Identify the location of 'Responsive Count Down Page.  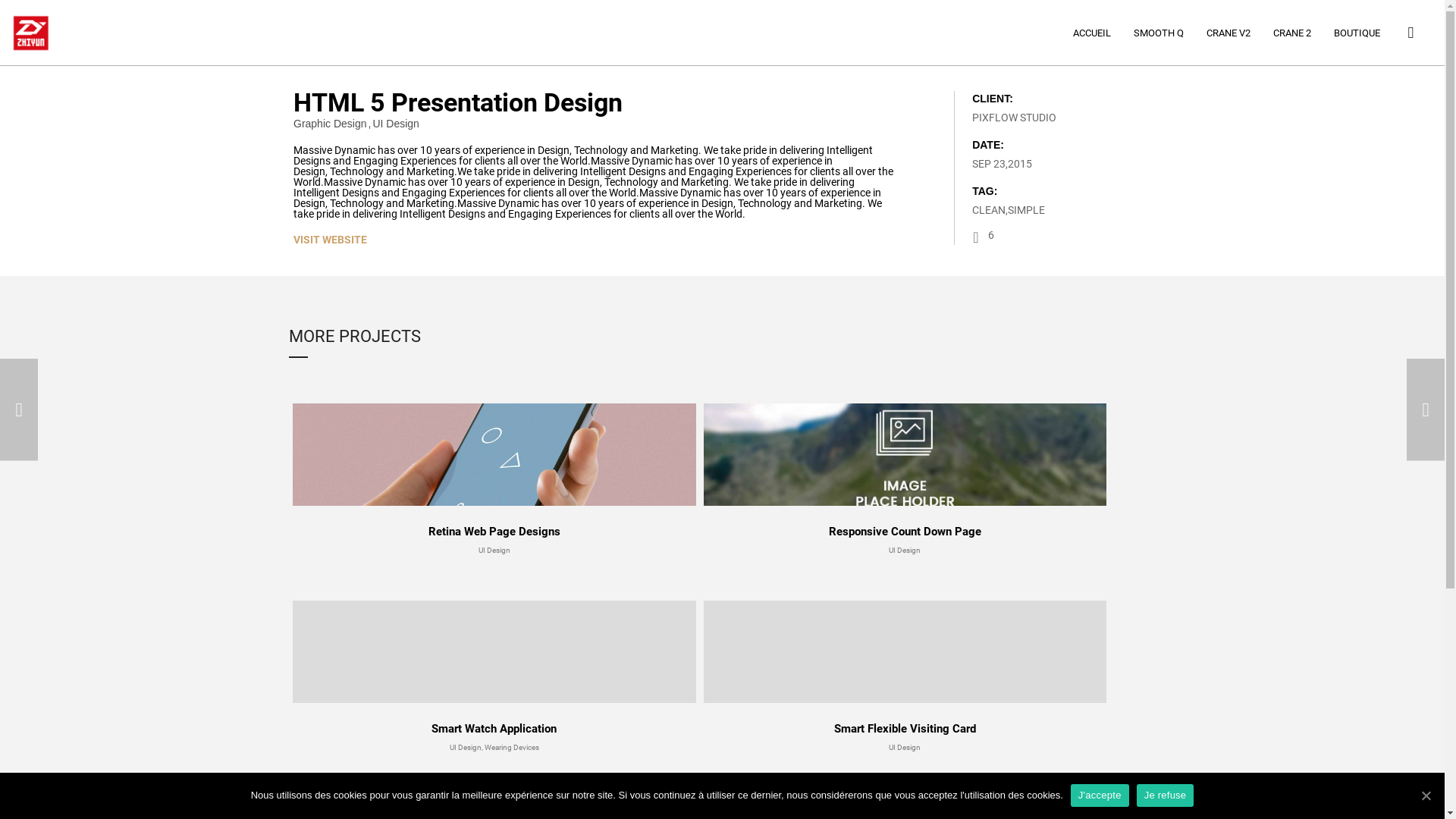
(905, 479).